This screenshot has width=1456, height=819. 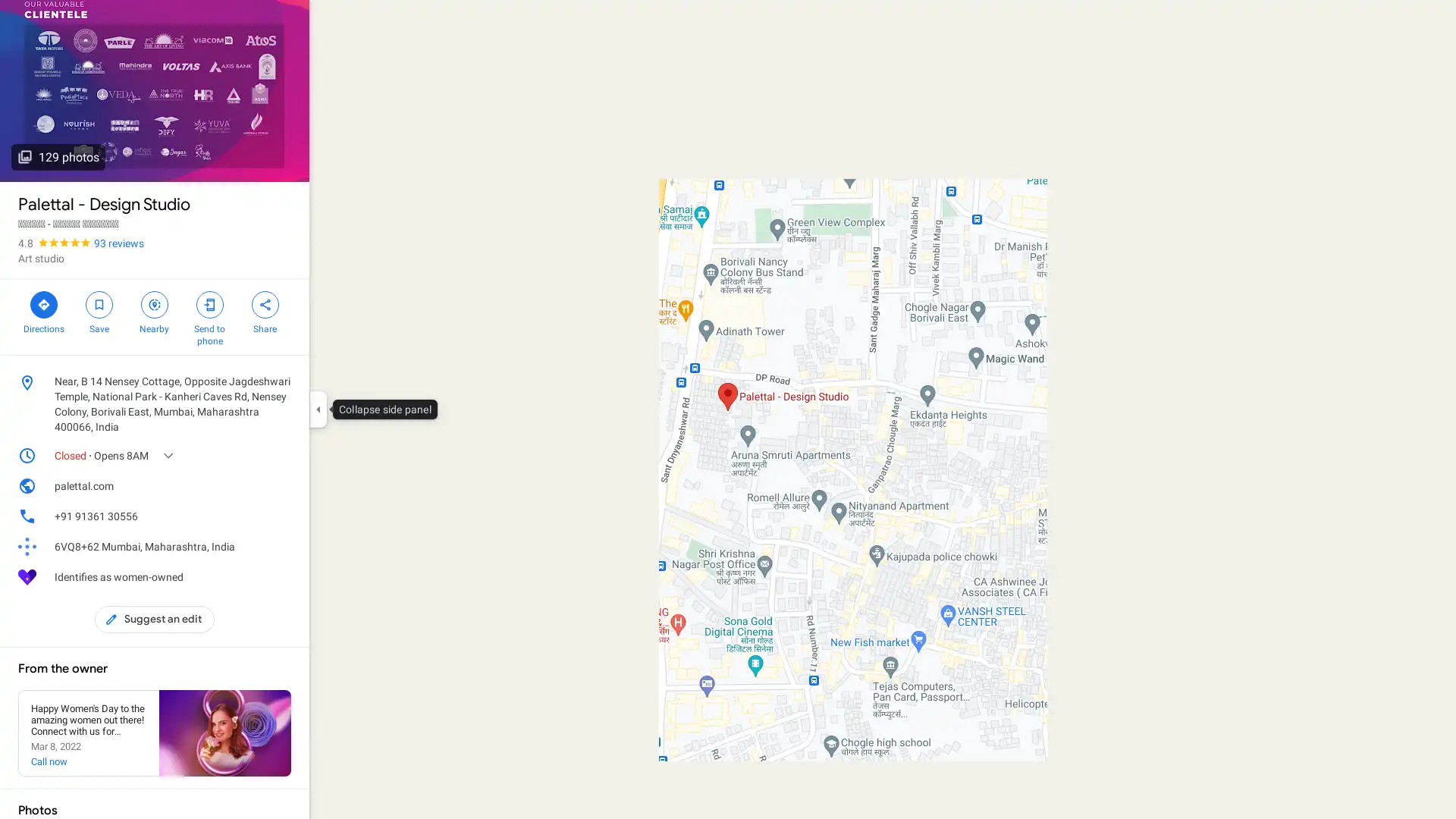 What do you see at coordinates (284, 547) in the screenshot?
I see `Learn more about plus codes` at bounding box center [284, 547].